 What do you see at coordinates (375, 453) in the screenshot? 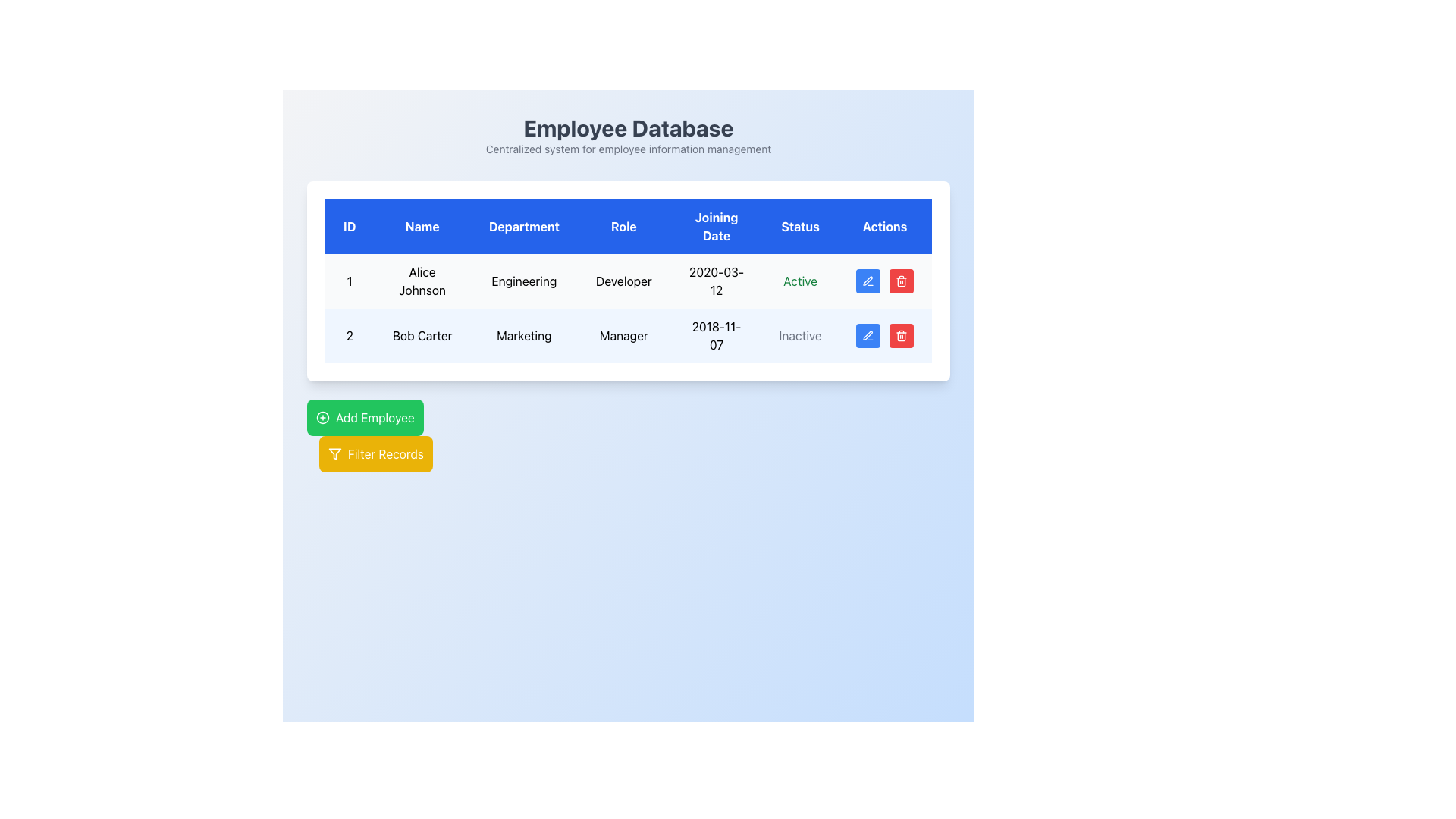
I see `the second button in the group of interactive buttons below the employee table` at bounding box center [375, 453].